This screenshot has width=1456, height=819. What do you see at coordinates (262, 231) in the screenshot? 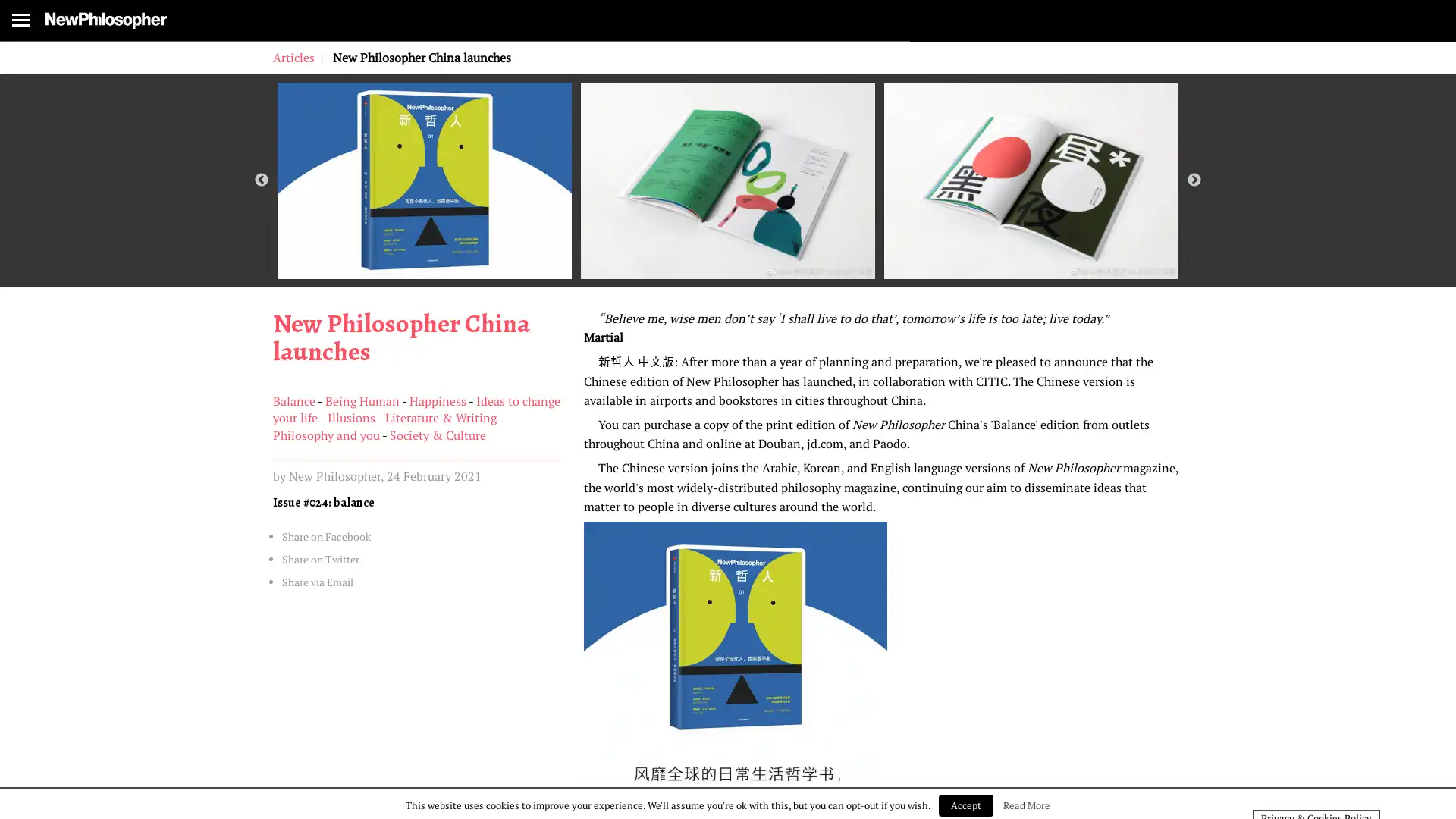
I see `Previous` at bounding box center [262, 231].